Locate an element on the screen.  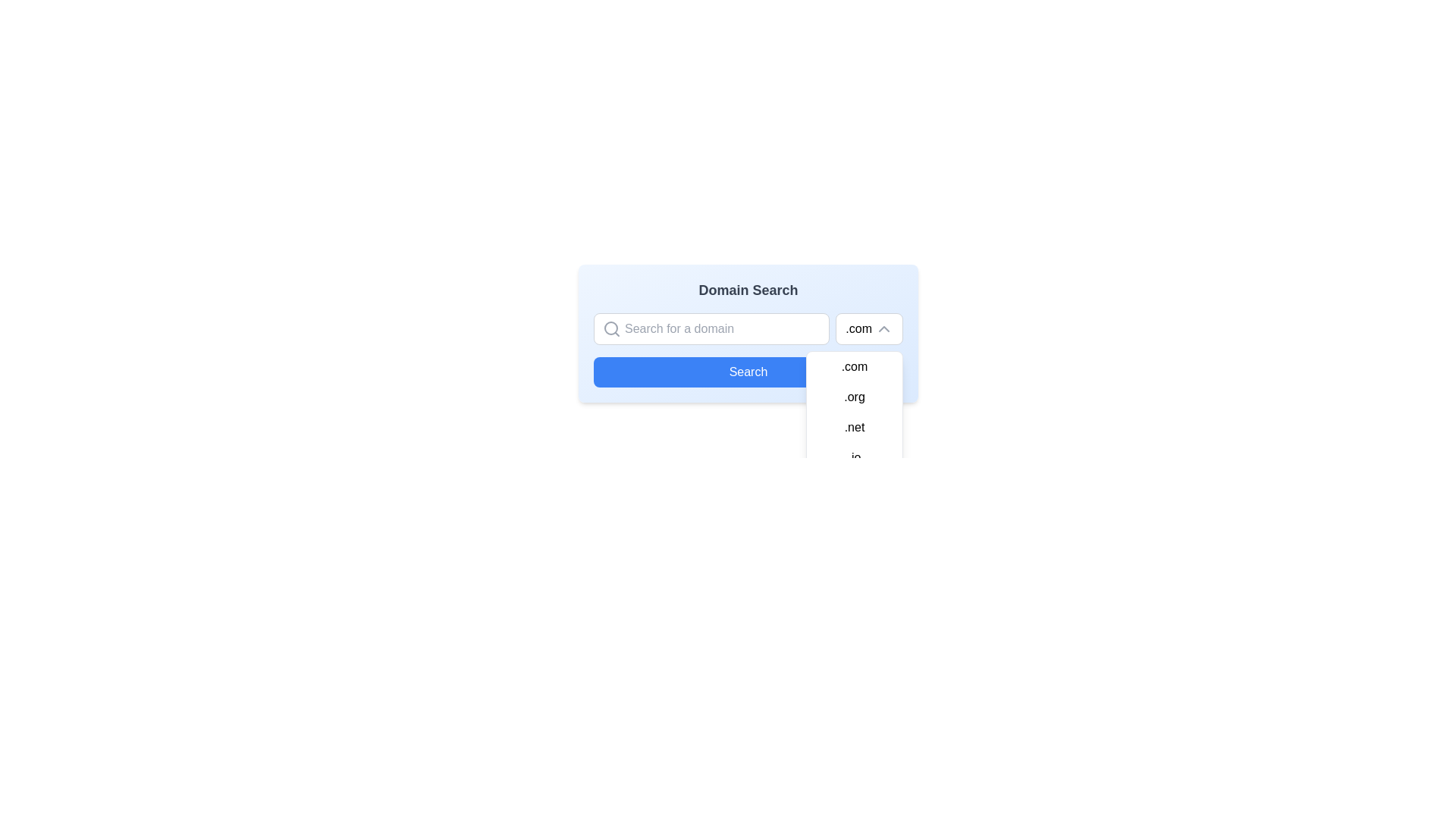
on the text label displaying '.com' inside the dropdown menu for domain extensions is located at coordinates (858, 328).